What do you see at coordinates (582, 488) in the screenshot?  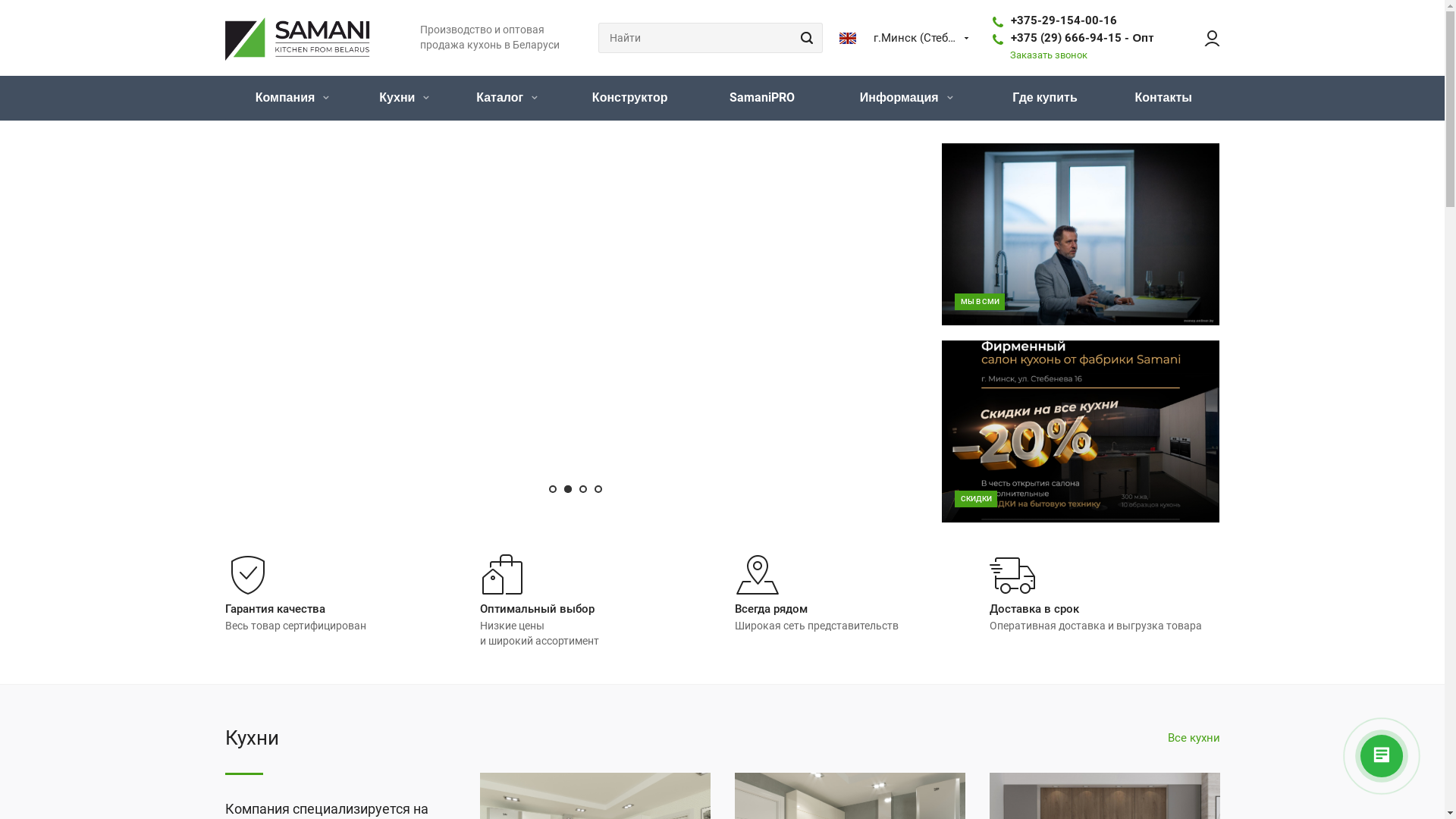 I see `'3'` at bounding box center [582, 488].